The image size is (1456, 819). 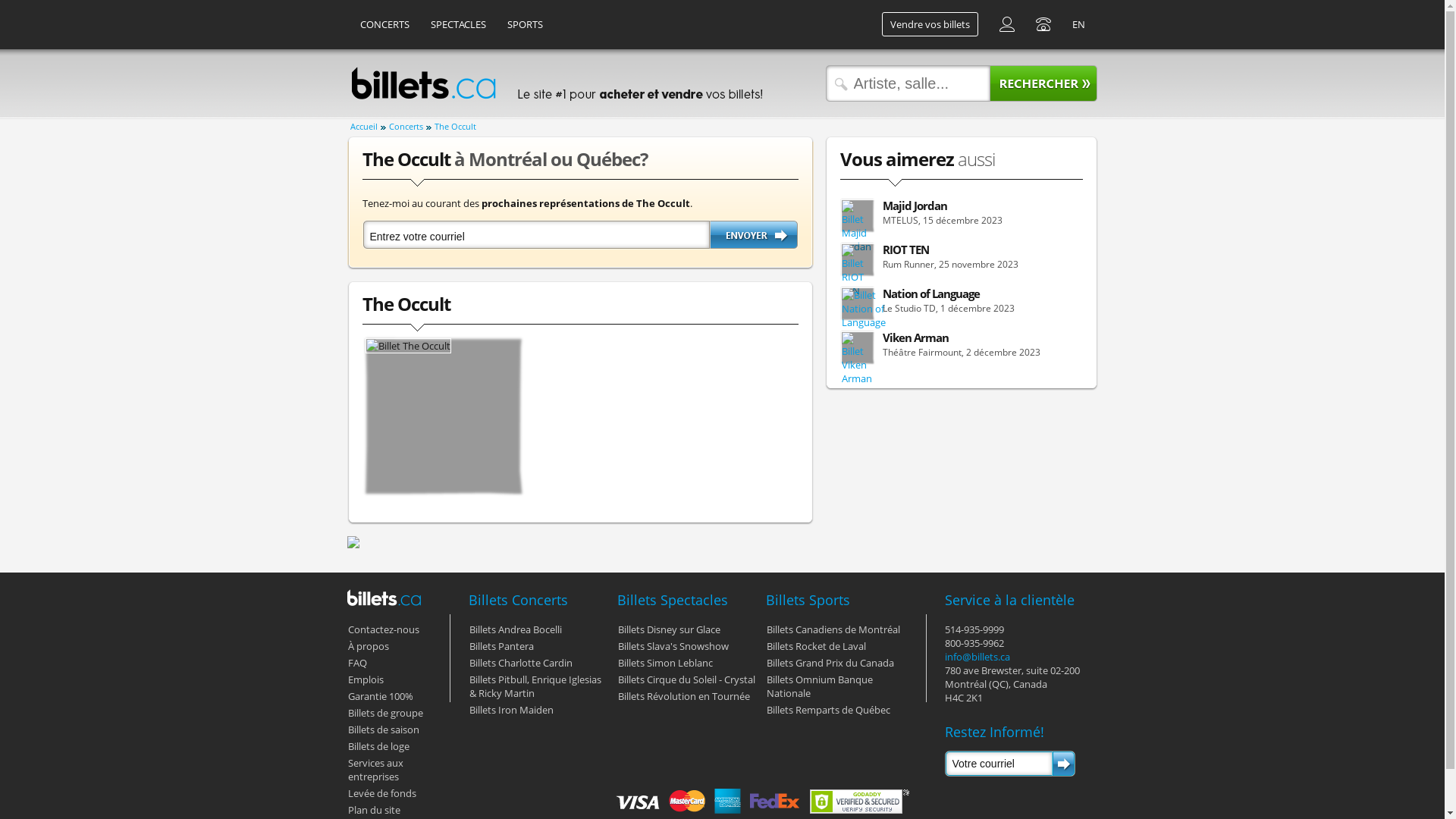 I want to click on 'Billets de saison', so click(x=382, y=728).